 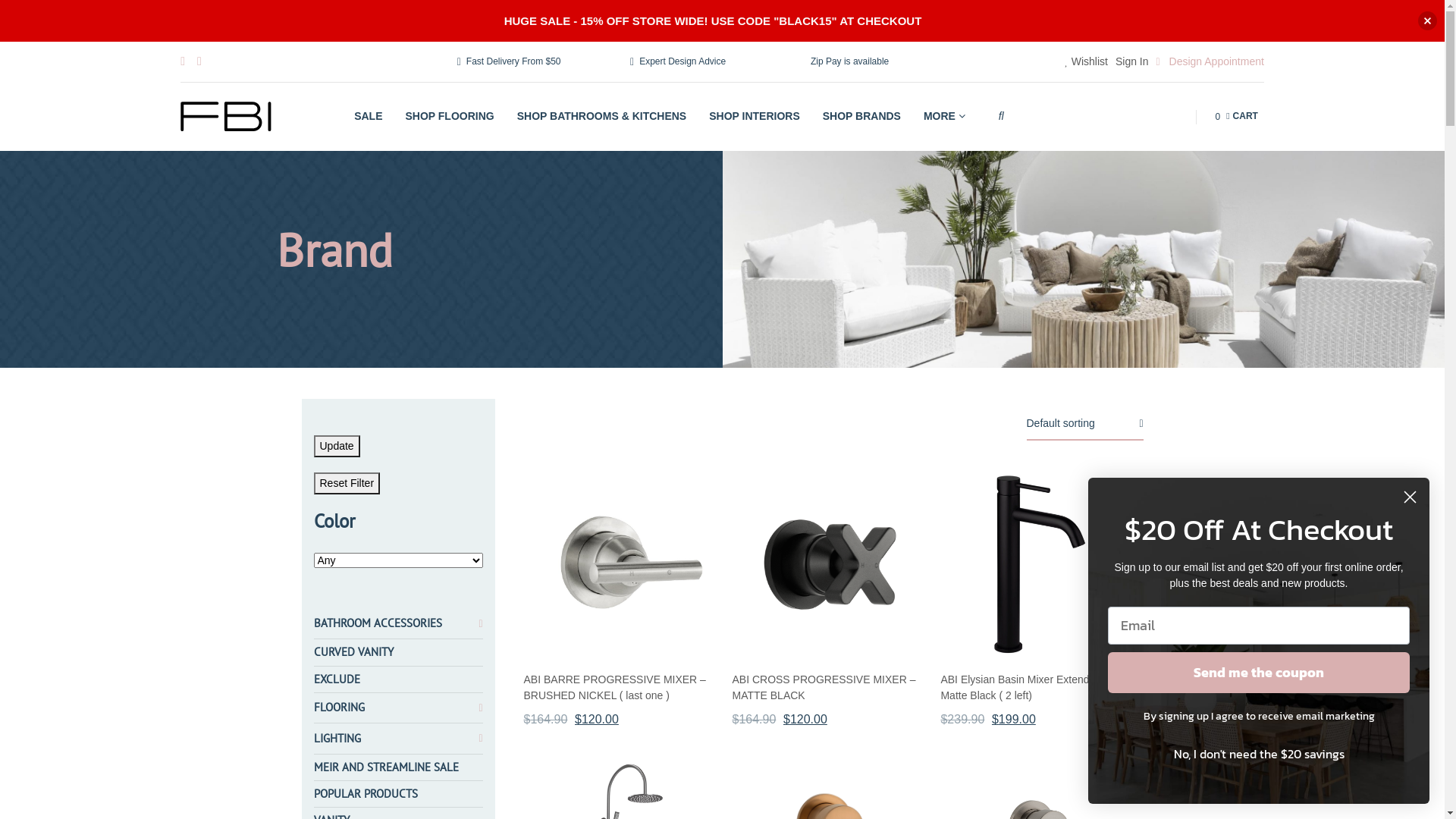 What do you see at coordinates (1085, 61) in the screenshot?
I see `'Wishlist'` at bounding box center [1085, 61].